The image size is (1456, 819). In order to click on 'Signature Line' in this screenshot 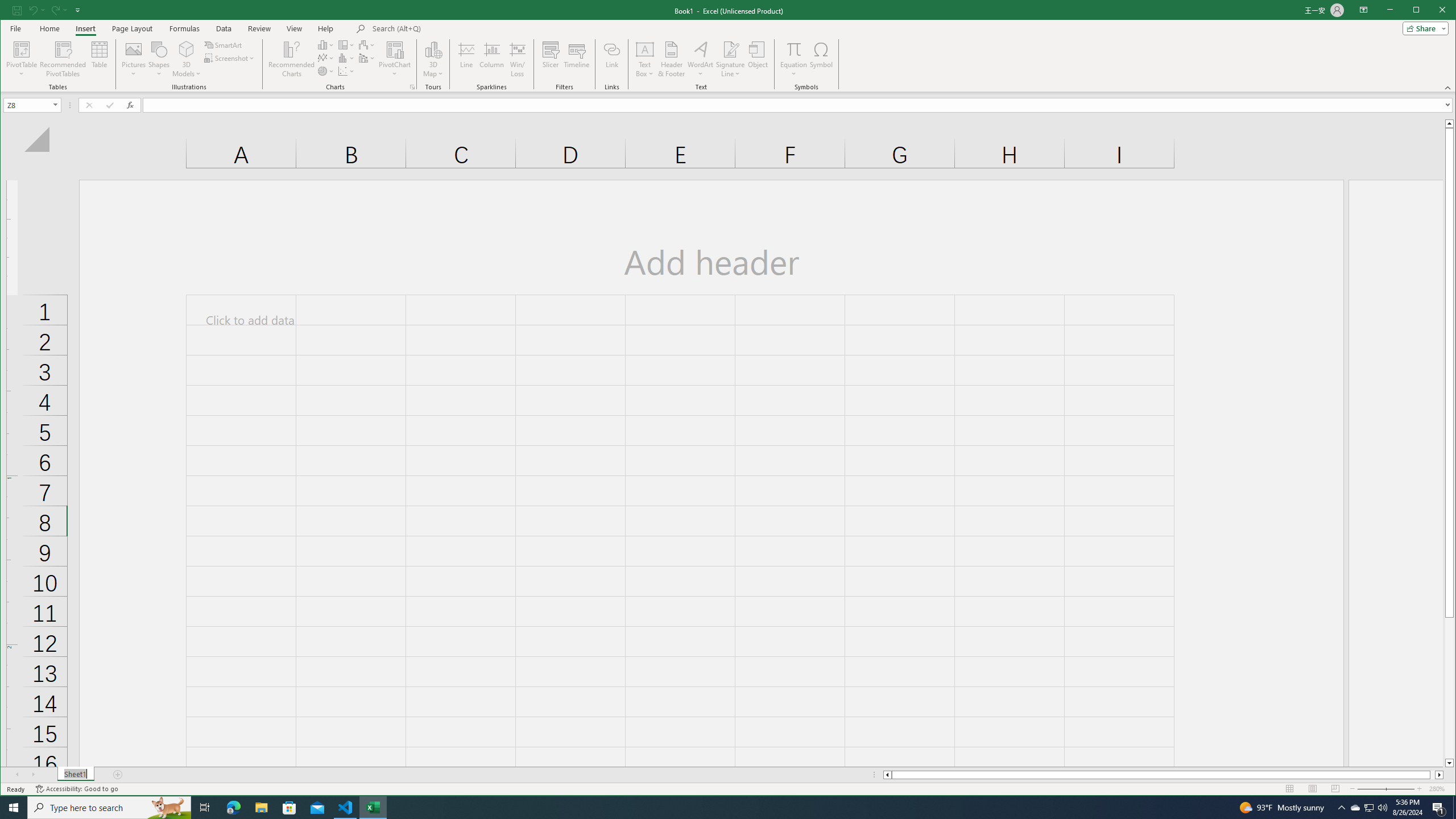, I will do `click(730, 48)`.